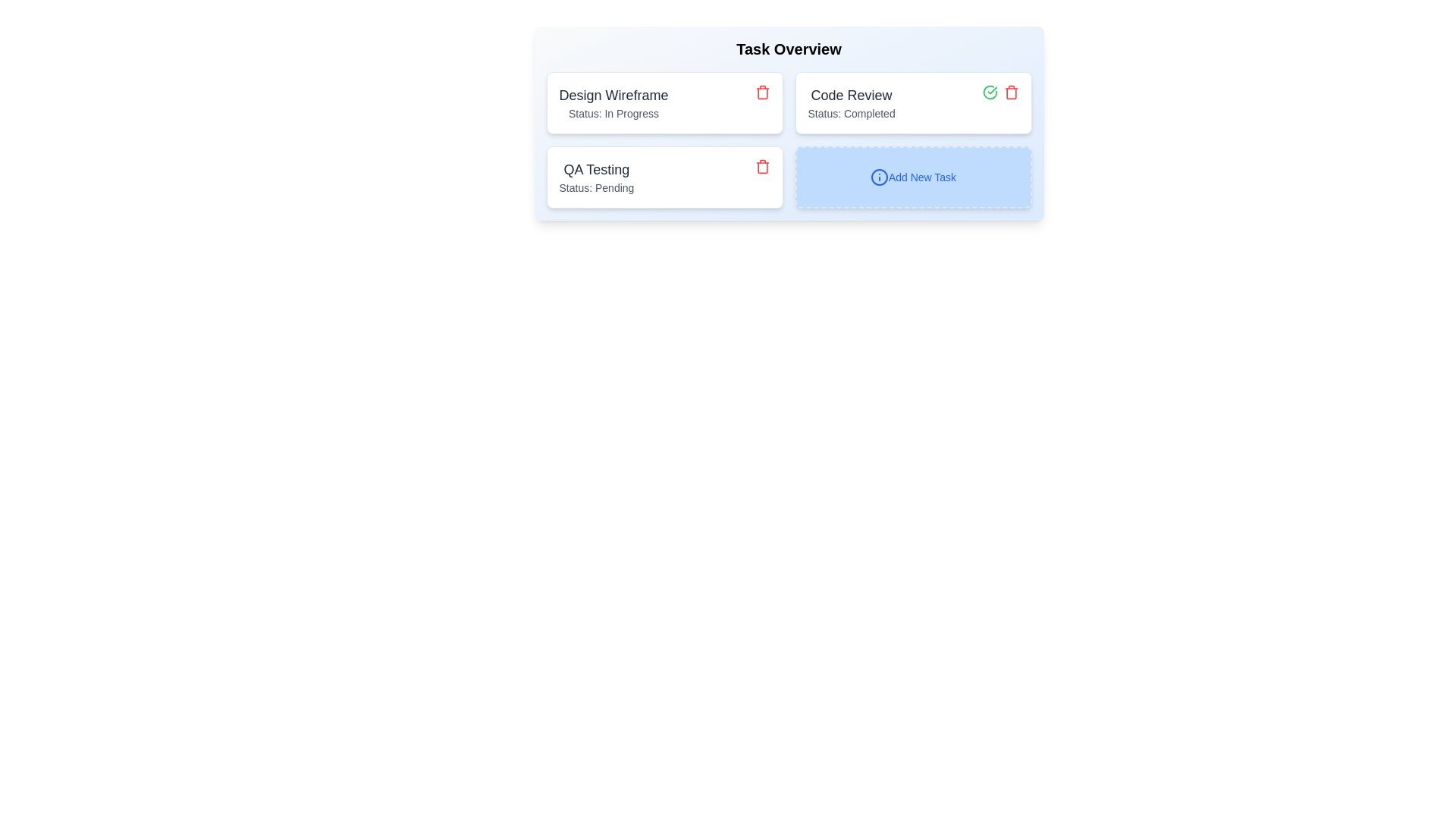  I want to click on the trash icon for the task titled 'QA Testing' to remove it, so click(762, 166).